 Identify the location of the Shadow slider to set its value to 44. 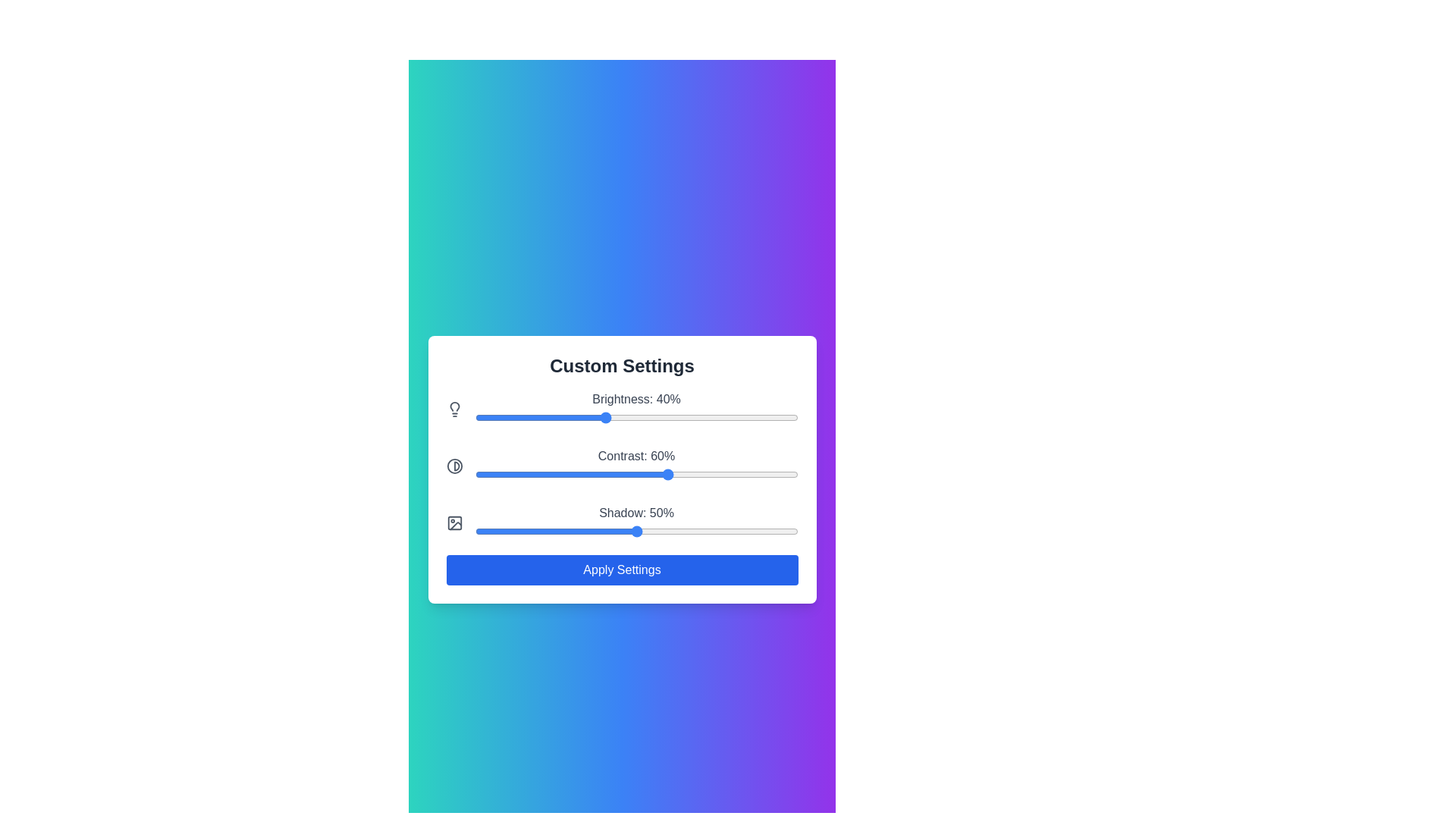
(617, 530).